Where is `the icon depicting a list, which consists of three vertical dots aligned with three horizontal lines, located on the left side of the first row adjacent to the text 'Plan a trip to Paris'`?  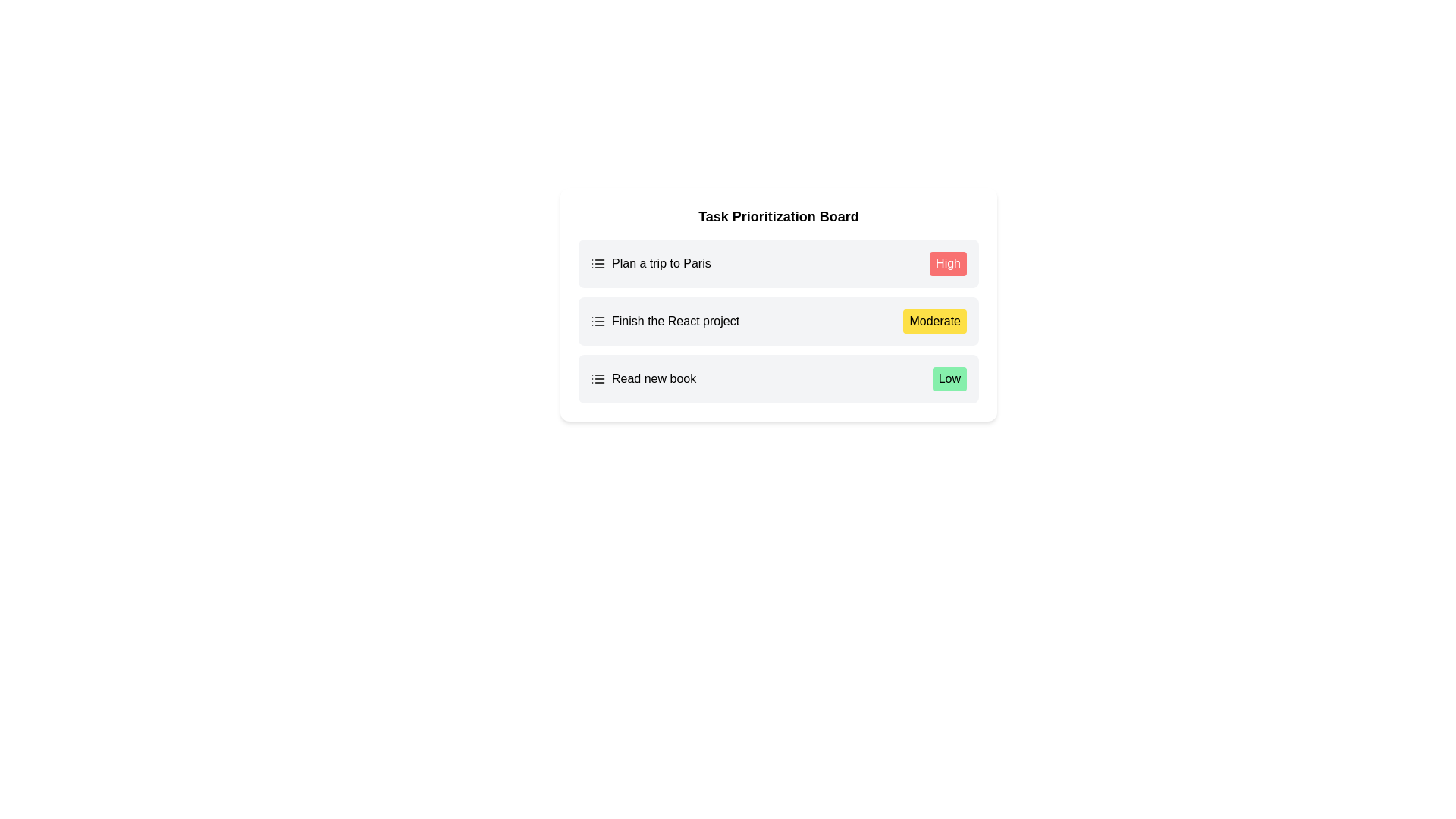 the icon depicting a list, which consists of three vertical dots aligned with three horizontal lines, located on the left side of the first row adjacent to the text 'Plan a trip to Paris' is located at coordinates (597, 262).